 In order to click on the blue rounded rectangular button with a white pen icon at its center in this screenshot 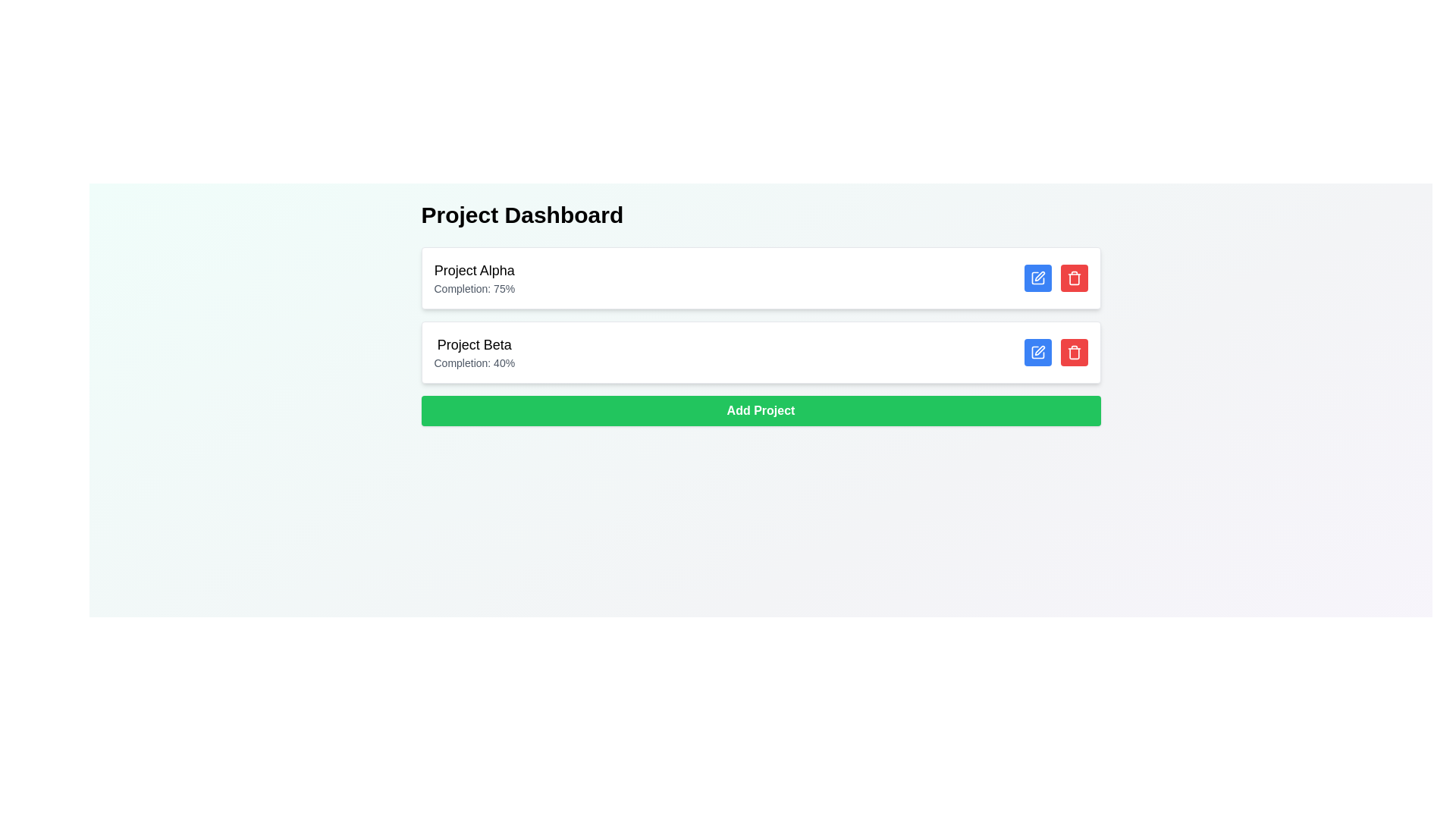, I will do `click(1037, 278)`.